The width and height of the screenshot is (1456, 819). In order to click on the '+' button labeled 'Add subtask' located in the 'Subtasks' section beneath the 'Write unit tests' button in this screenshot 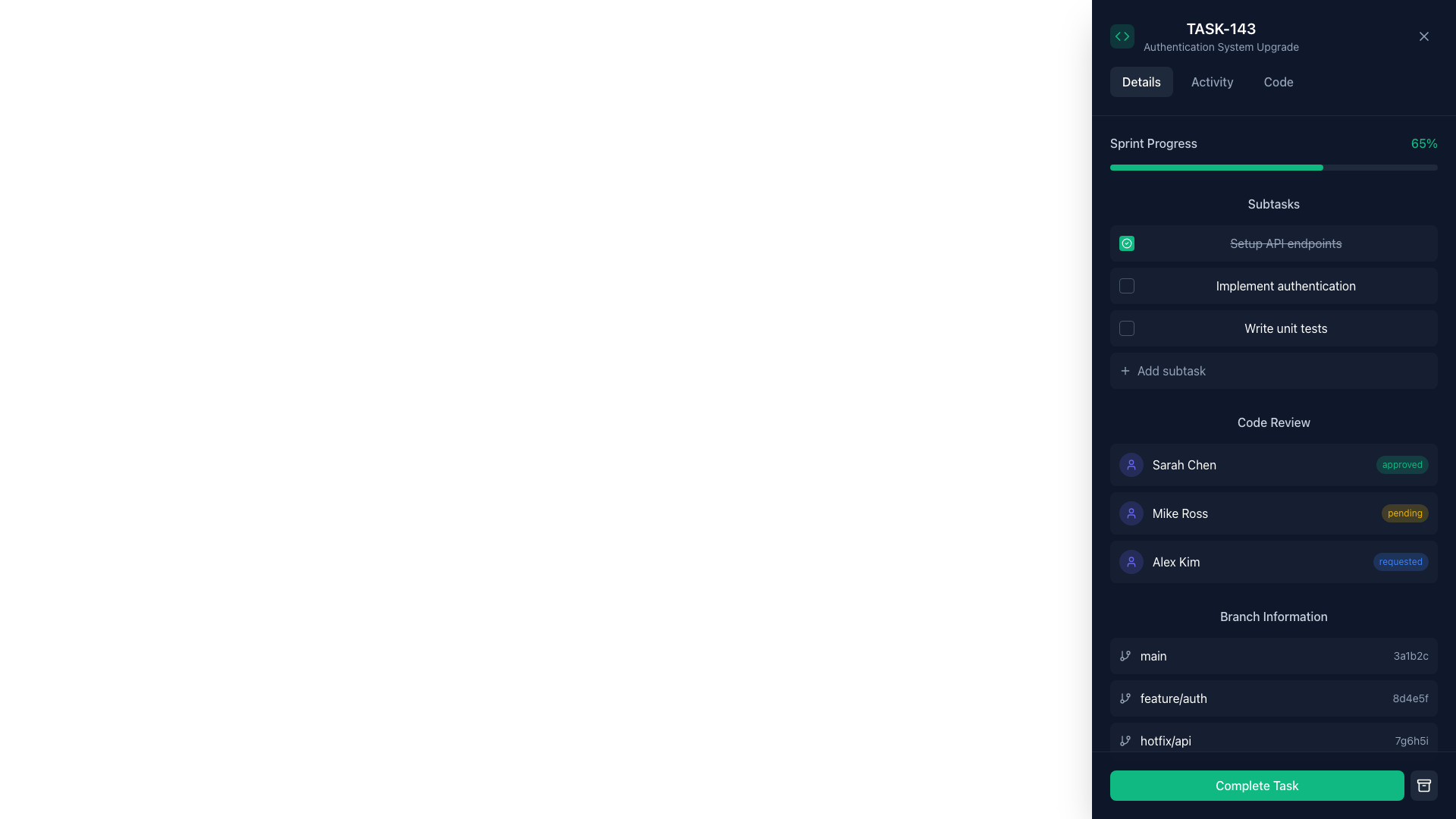, I will do `click(1274, 371)`.